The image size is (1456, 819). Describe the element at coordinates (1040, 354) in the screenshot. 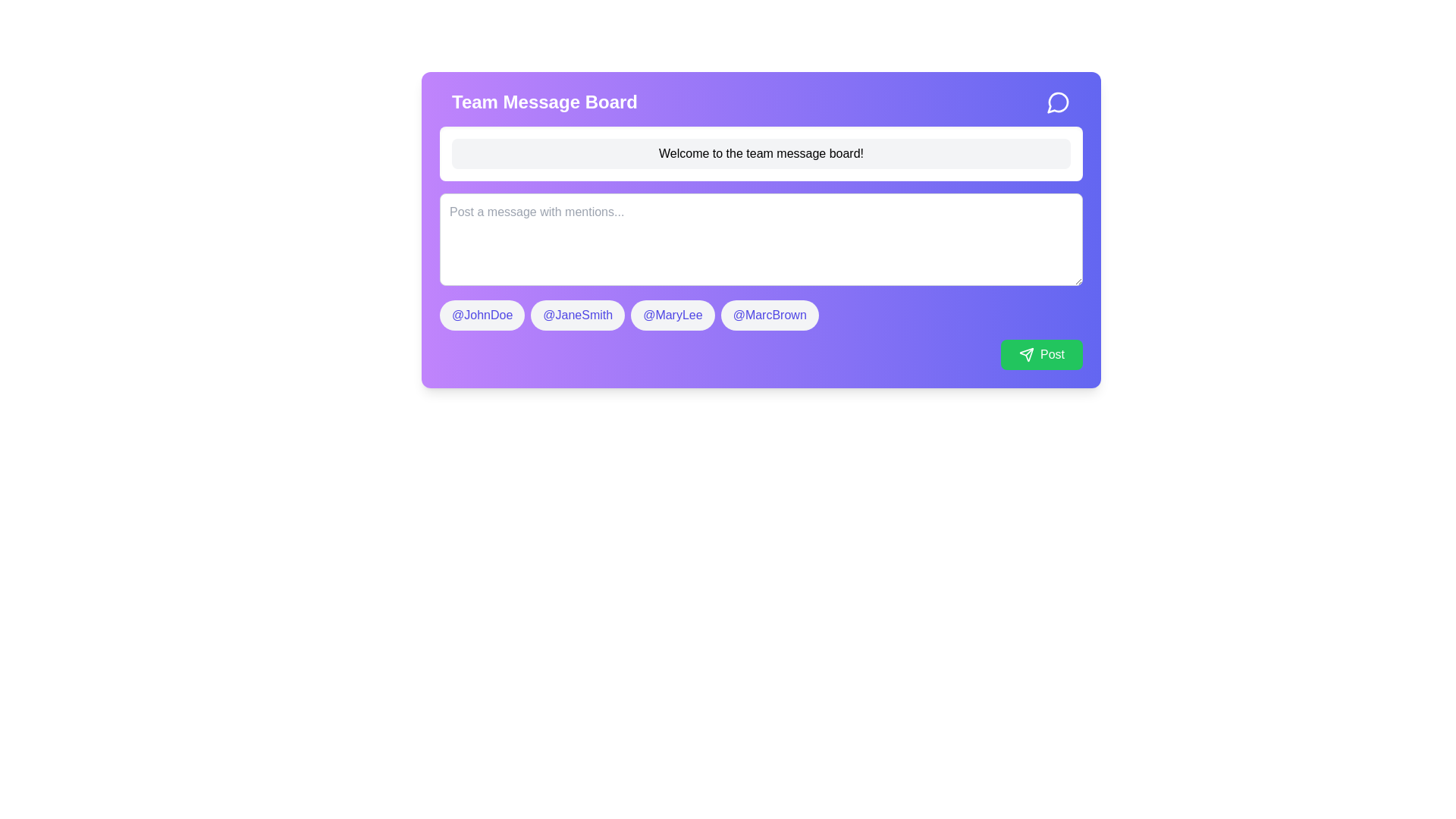

I see `the green rectangular button labeled 'Post'` at that location.